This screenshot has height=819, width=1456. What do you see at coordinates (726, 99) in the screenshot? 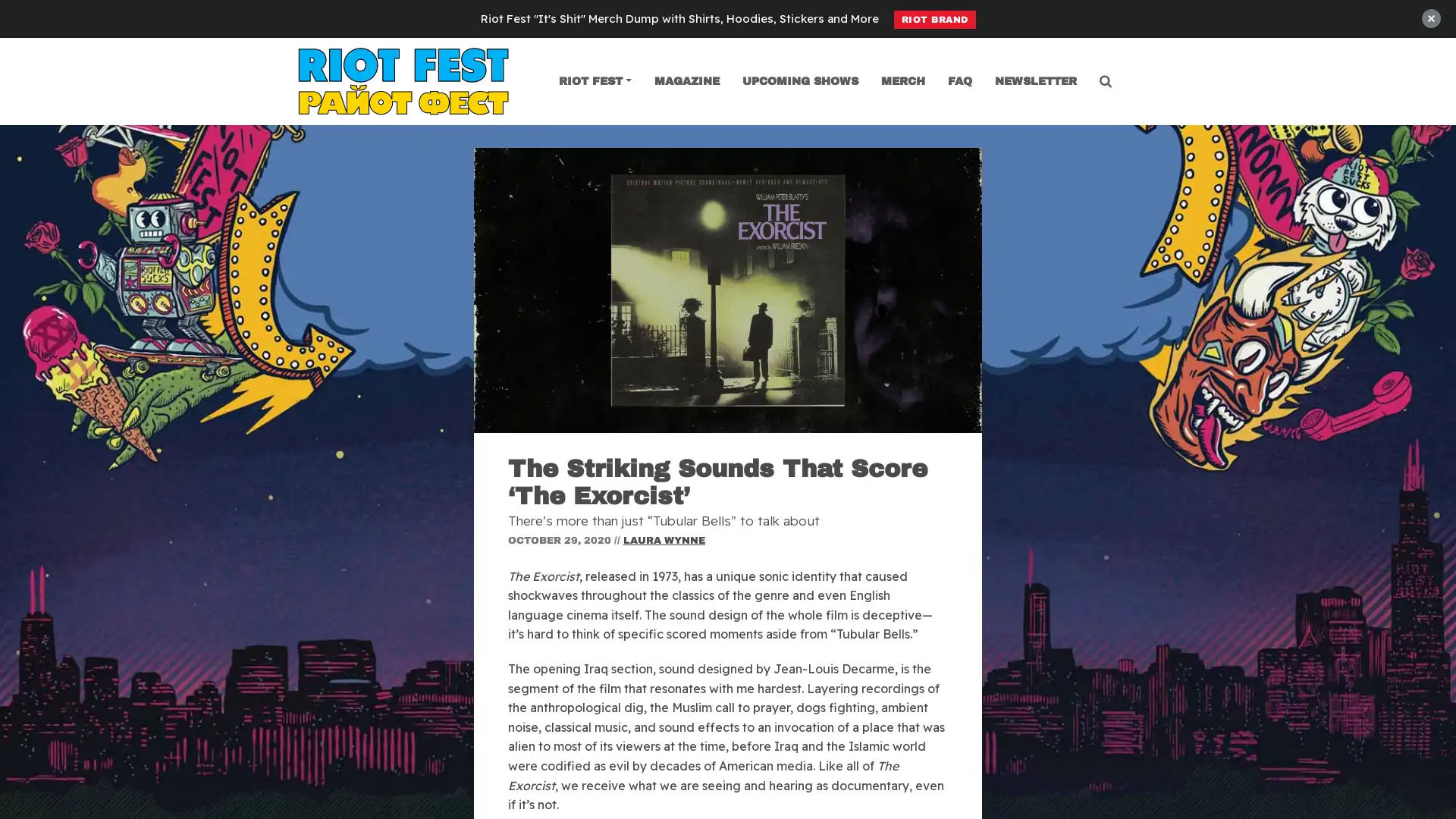
I see `SEARCH` at bounding box center [726, 99].